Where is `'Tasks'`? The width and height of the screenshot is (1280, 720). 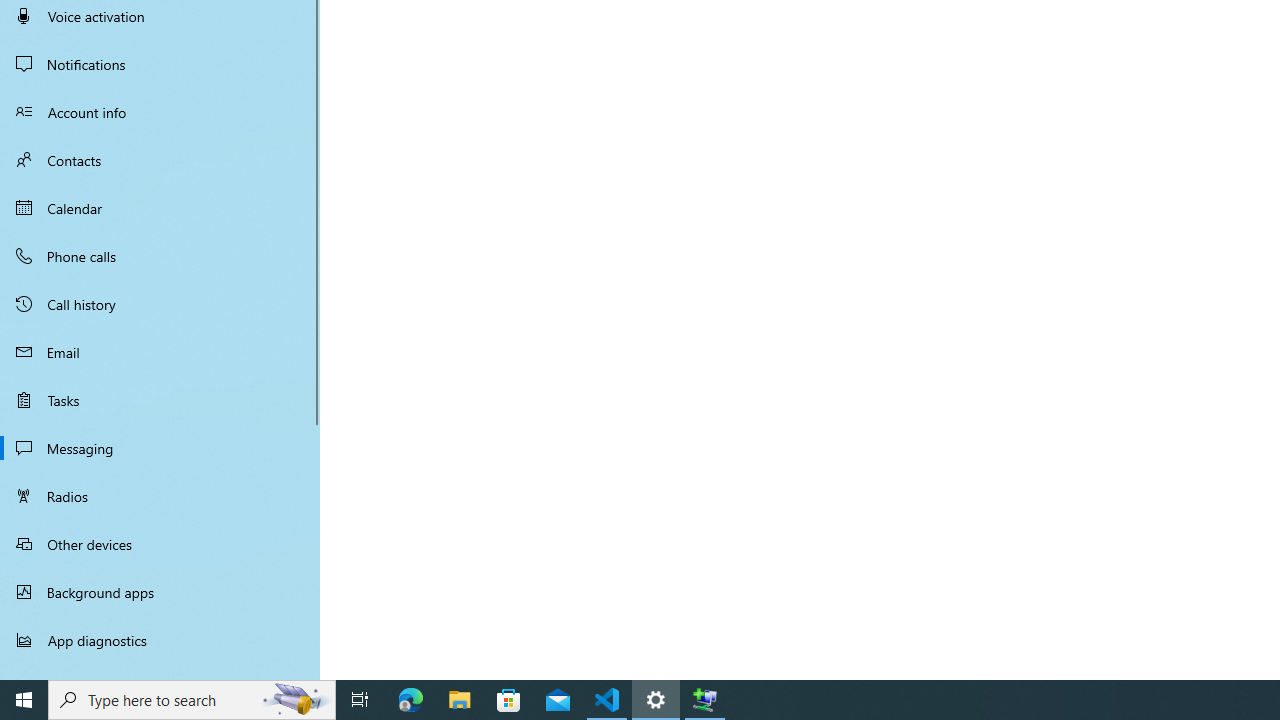
'Tasks' is located at coordinates (160, 399).